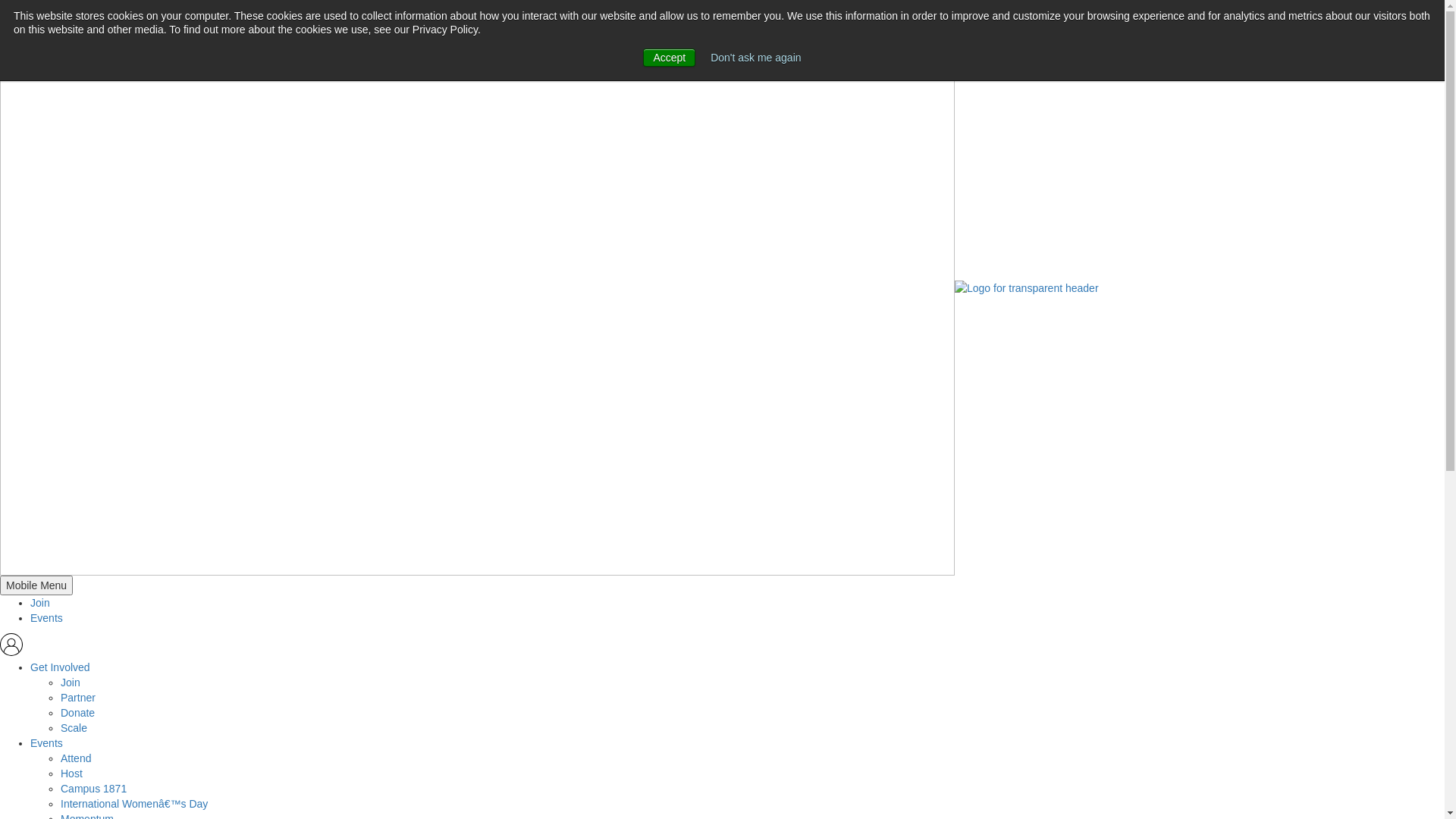 The height and width of the screenshot is (819, 1456). What do you see at coordinates (755, 57) in the screenshot?
I see `'Don't ask me again'` at bounding box center [755, 57].